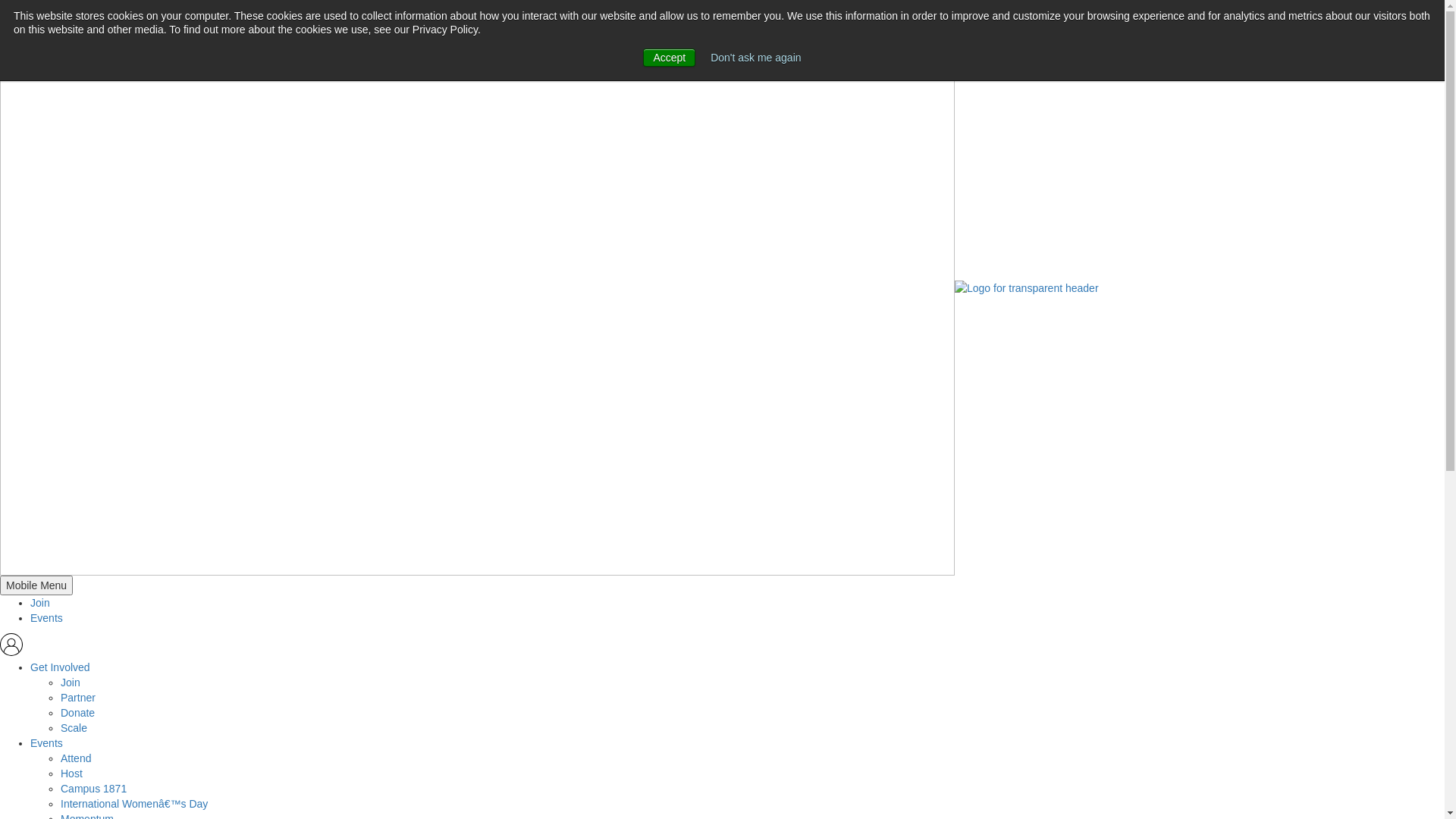 The height and width of the screenshot is (819, 1456). What do you see at coordinates (755, 57) in the screenshot?
I see `'Don't ask me again'` at bounding box center [755, 57].